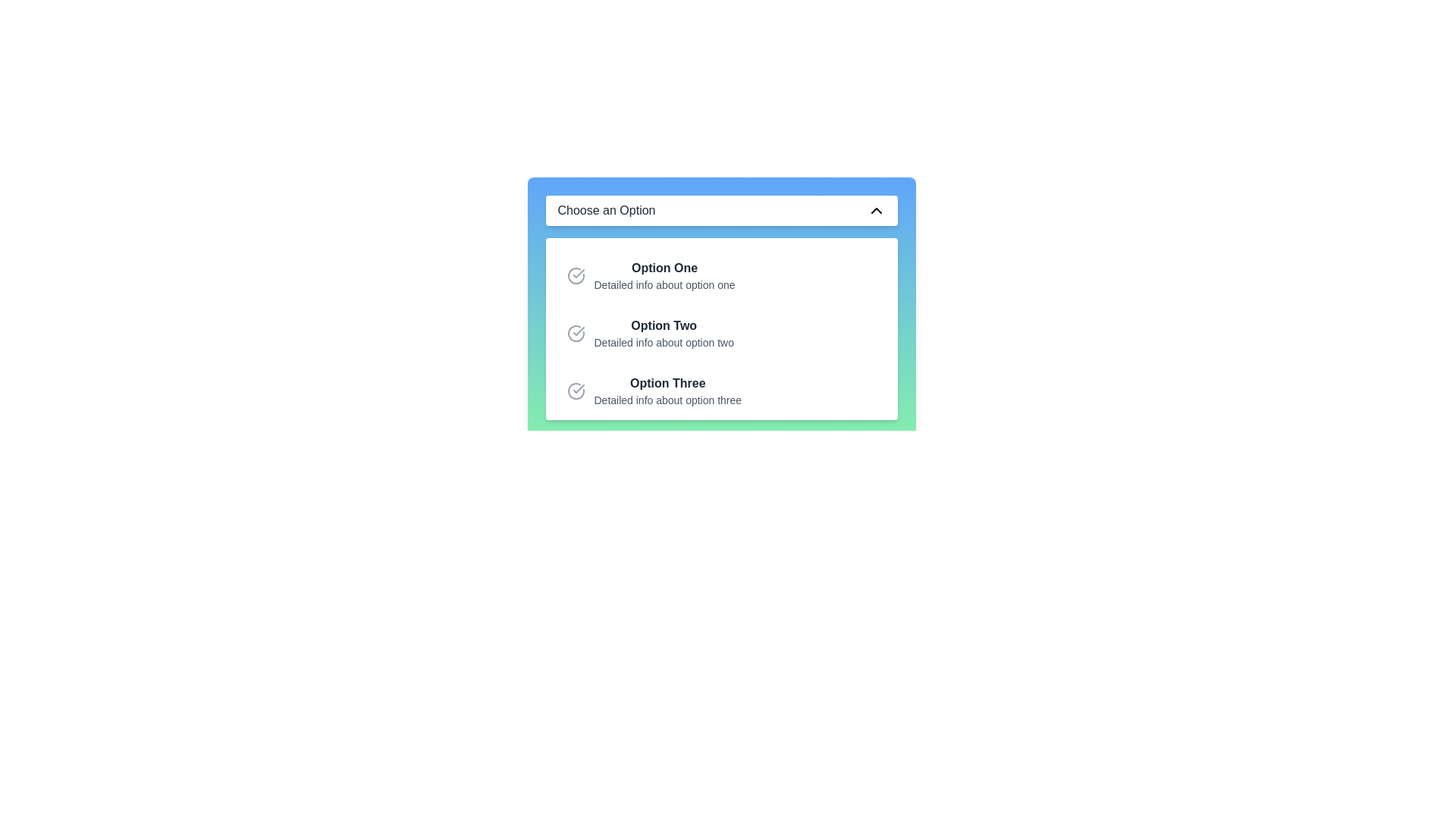 The image size is (1456, 819). Describe the element at coordinates (575, 332) in the screenshot. I see `the non-interactive icon indicating the selection status of 'Option Two', which is located at the leftmost position within the second option block` at that location.